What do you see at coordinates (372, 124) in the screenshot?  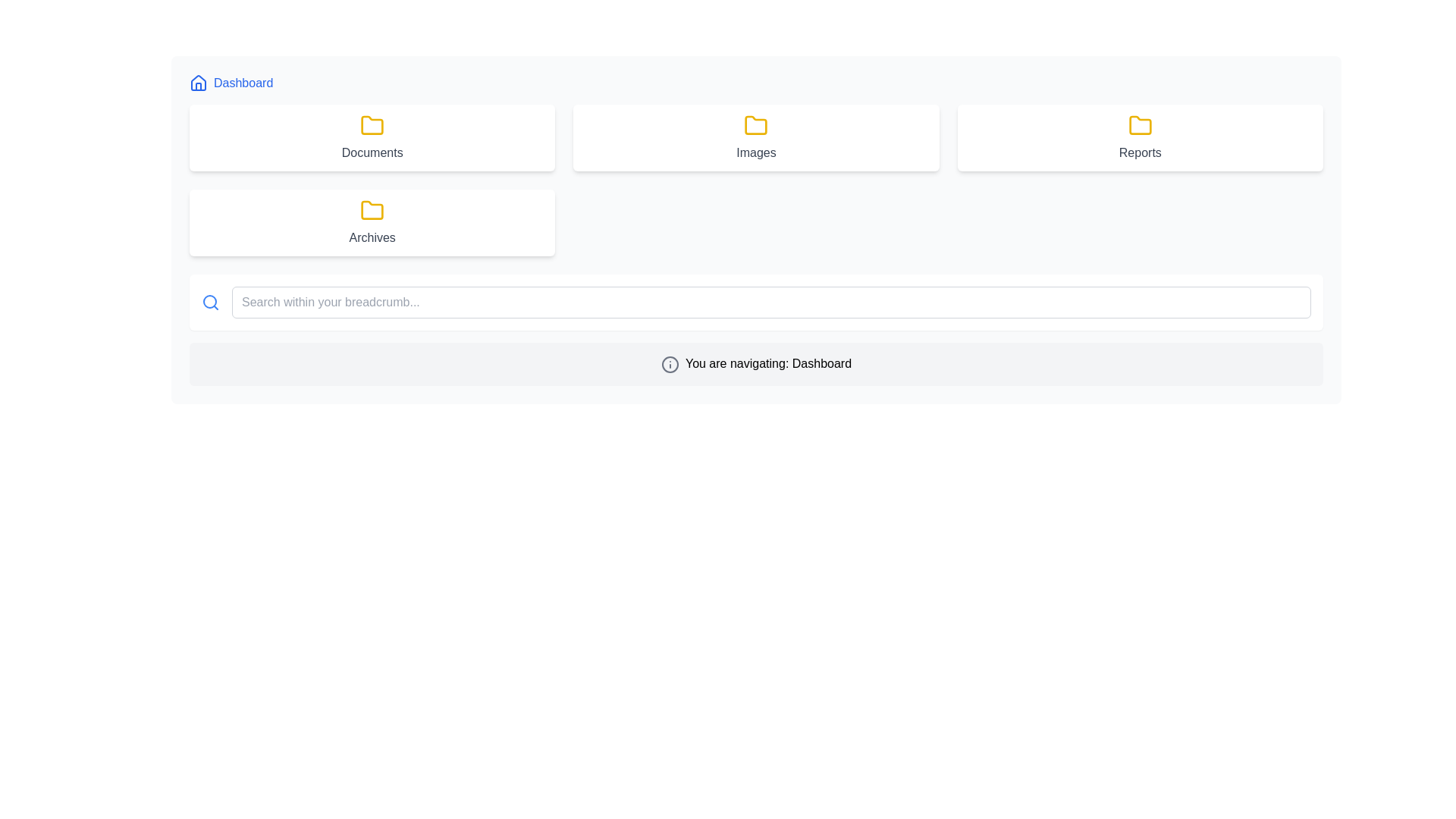 I see `the 'Documents' icon located at the top-center of the UI` at bounding box center [372, 124].